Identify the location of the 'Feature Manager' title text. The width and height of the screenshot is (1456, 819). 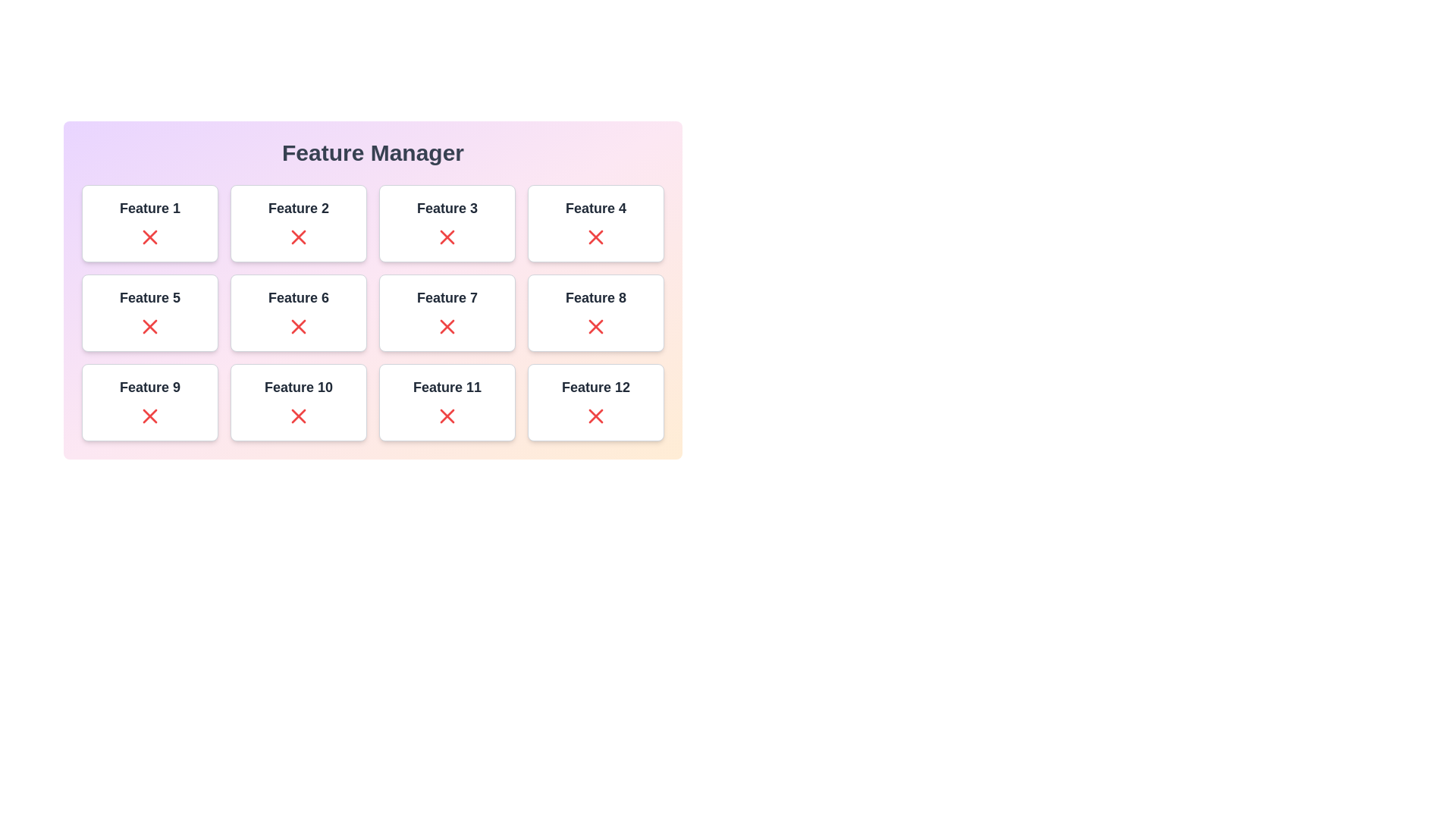
(372, 152).